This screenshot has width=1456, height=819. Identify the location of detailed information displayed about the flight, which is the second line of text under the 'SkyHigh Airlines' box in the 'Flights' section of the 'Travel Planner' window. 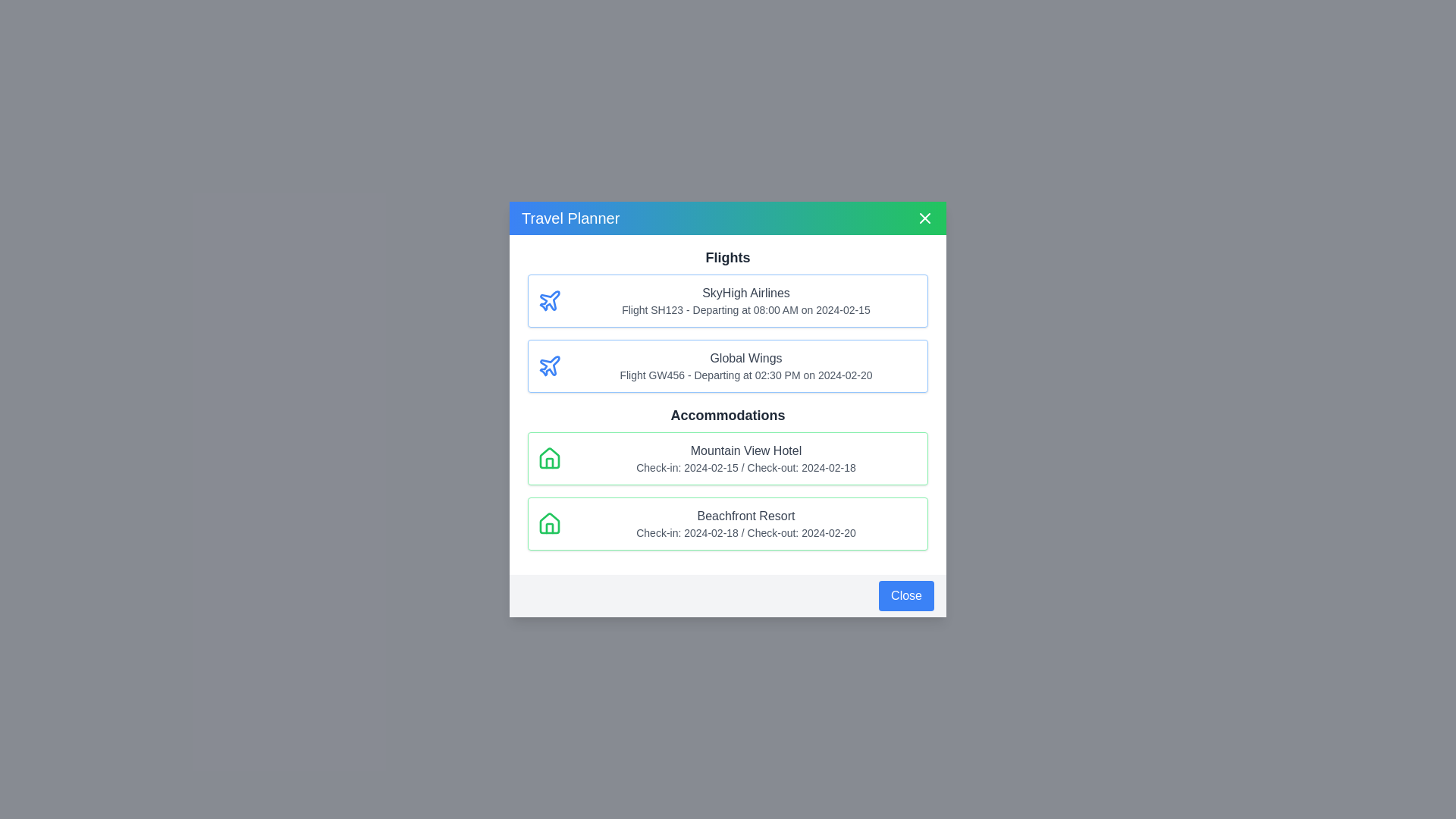
(745, 309).